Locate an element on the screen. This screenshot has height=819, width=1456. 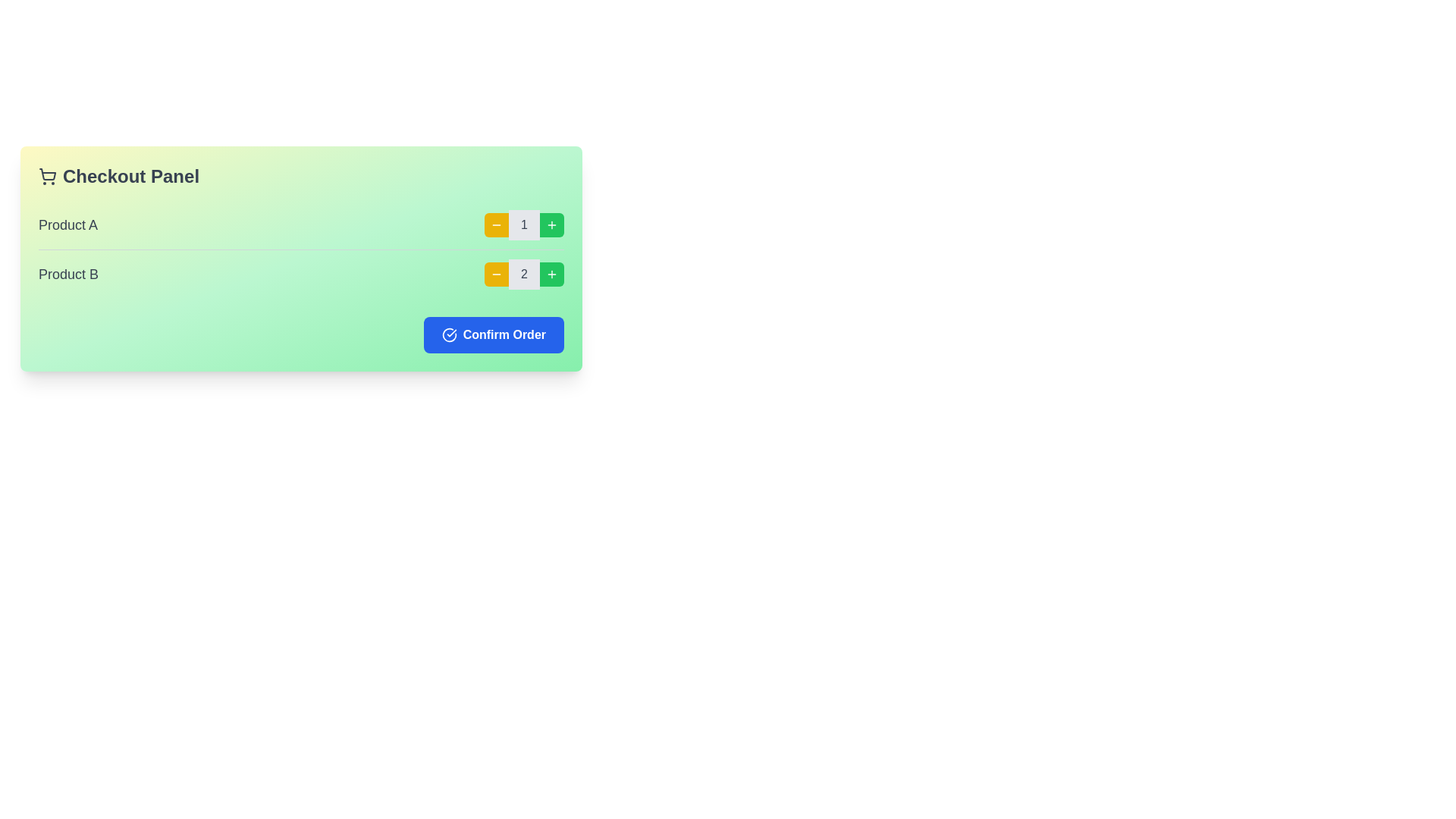
the adjacent buttons (minus and plus) to change the quantity displayed in the non-editable text field located between them in the upper item row is located at coordinates (486, 225).